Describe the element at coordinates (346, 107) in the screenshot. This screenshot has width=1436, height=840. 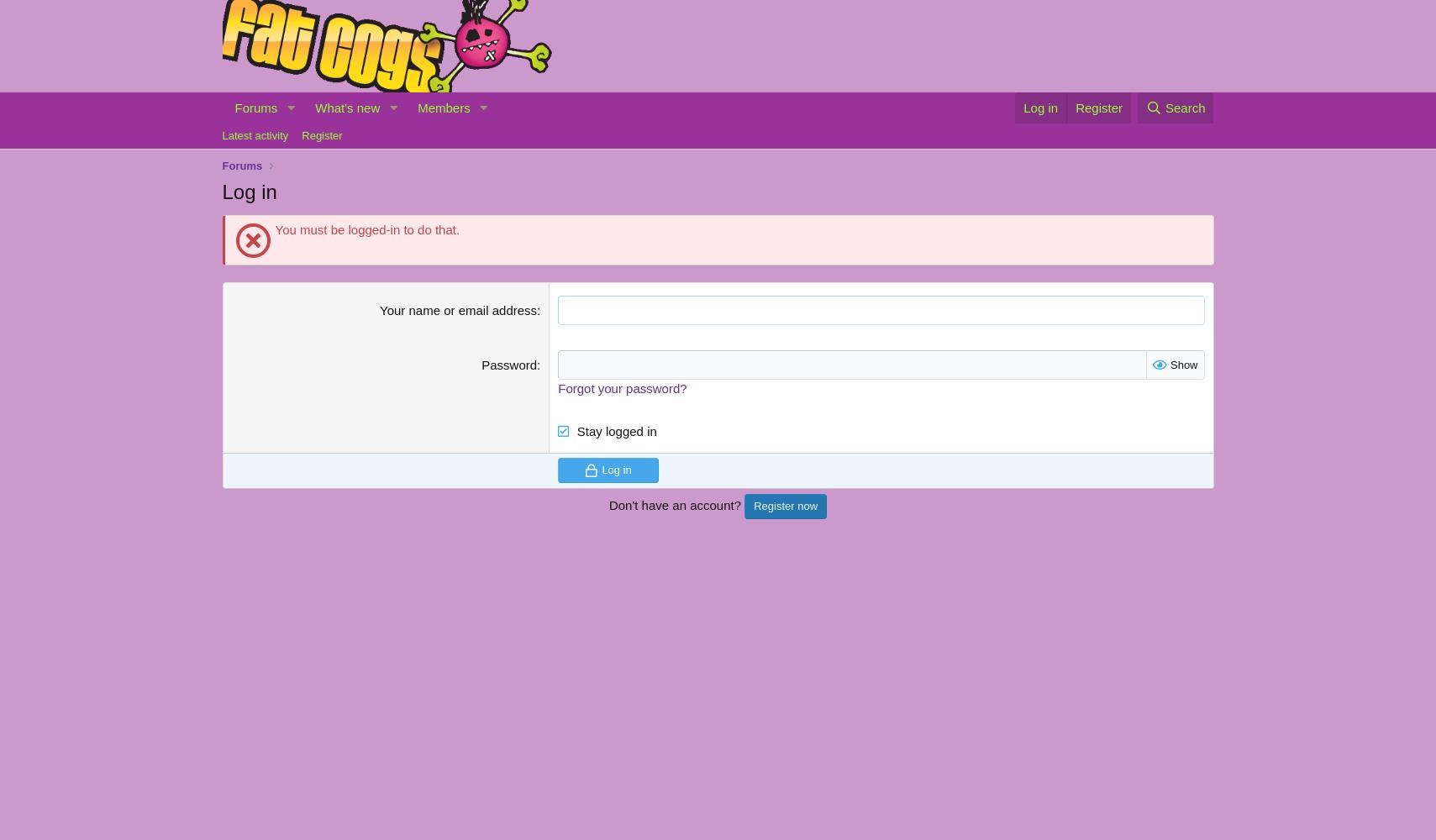
I see `'What's new'` at that location.